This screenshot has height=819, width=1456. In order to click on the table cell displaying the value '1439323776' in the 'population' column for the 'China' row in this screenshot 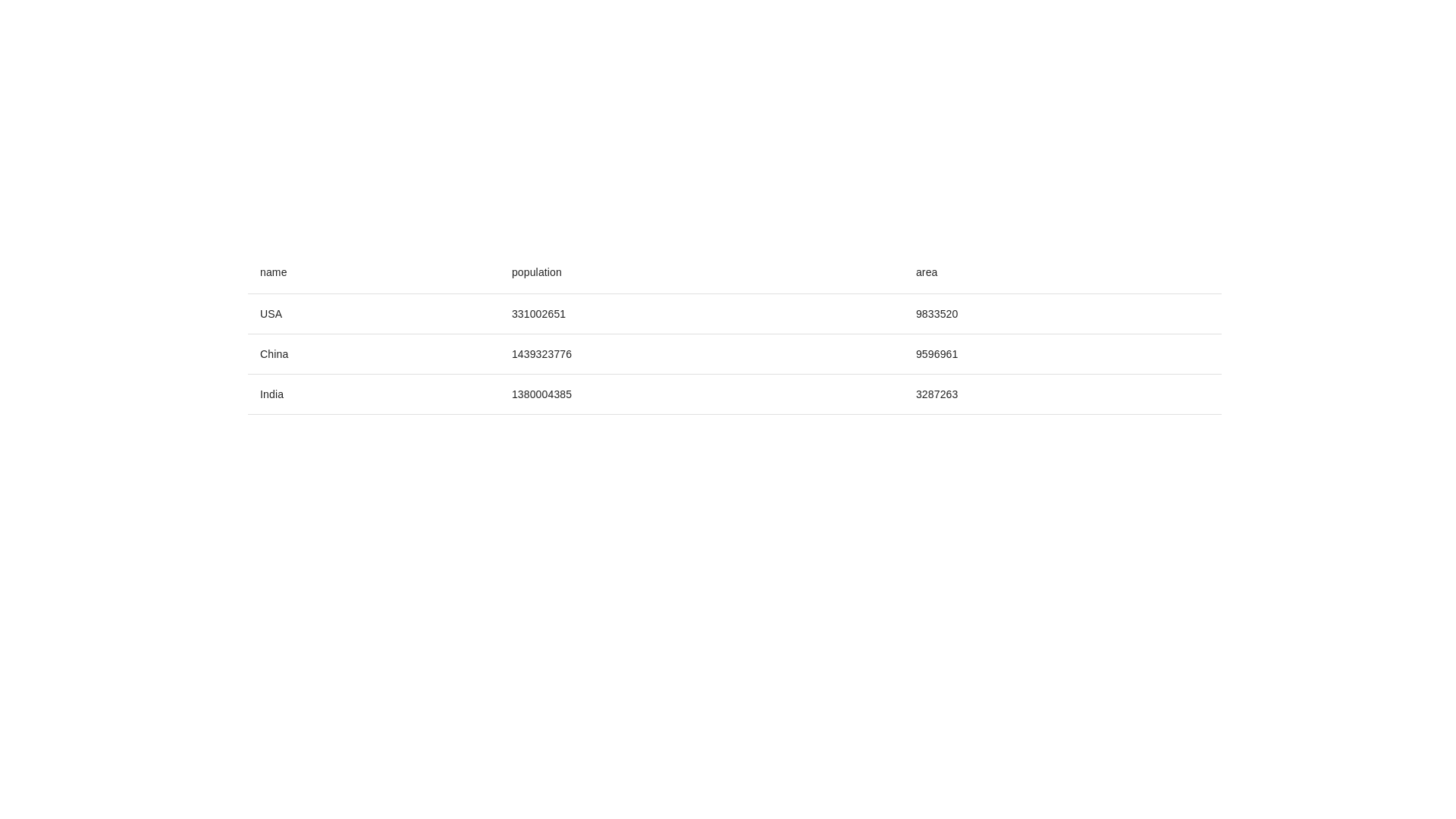, I will do `click(701, 353)`.